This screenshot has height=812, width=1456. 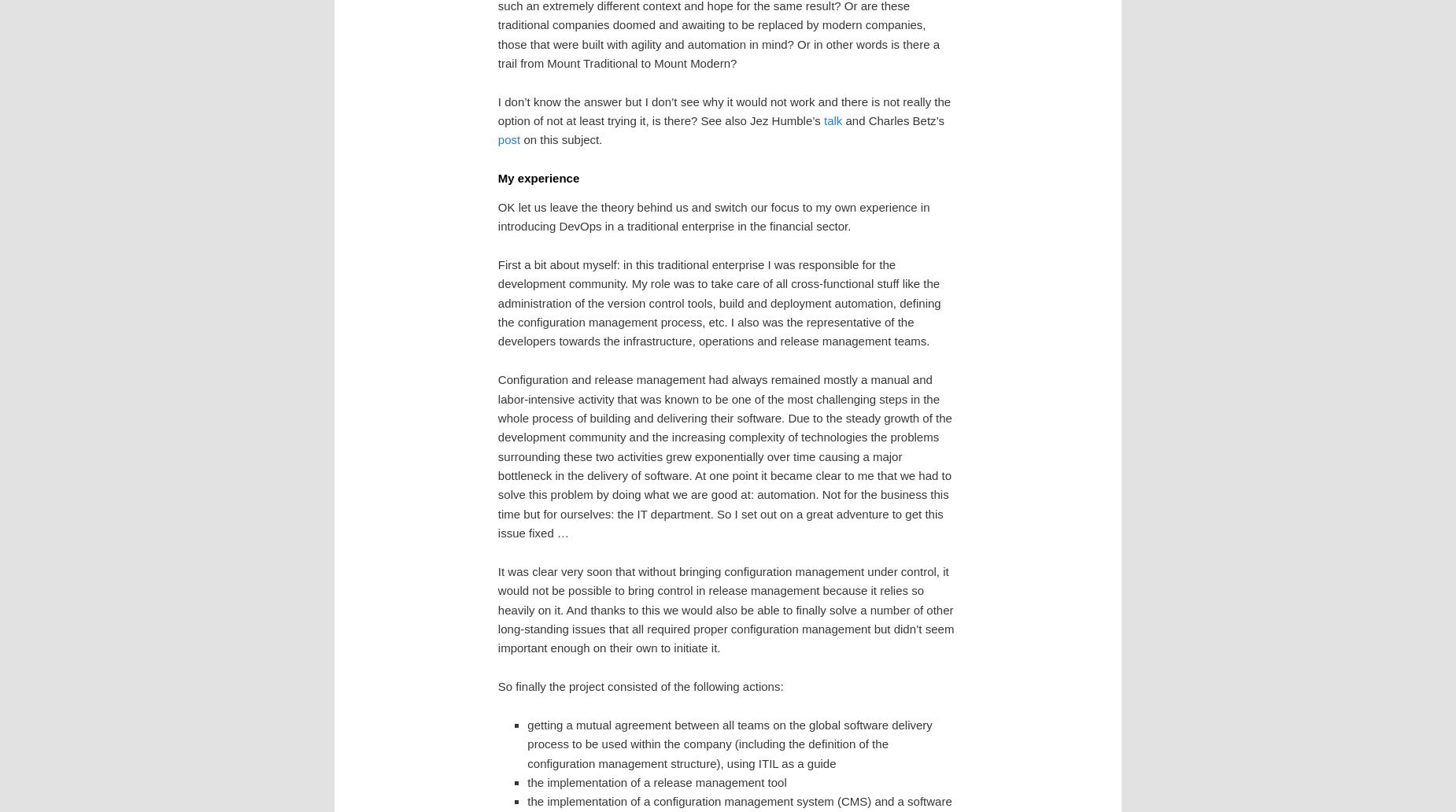 What do you see at coordinates (640, 686) in the screenshot?
I see `'So finally the project consisted of the following actions:'` at bounding box center [640, 686].